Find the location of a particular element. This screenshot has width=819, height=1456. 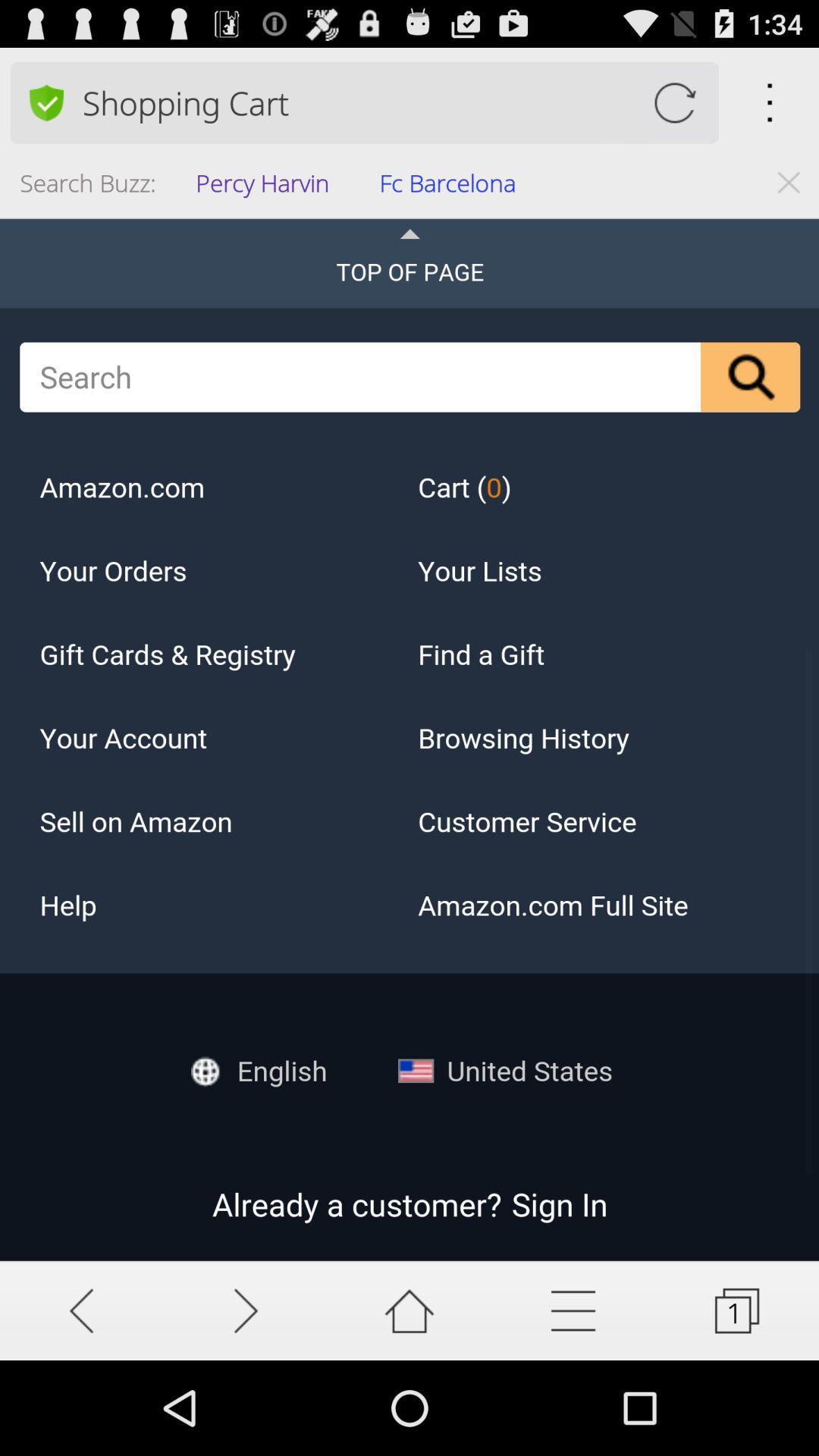

fc barcelona app is located at coordinates (452, 187).